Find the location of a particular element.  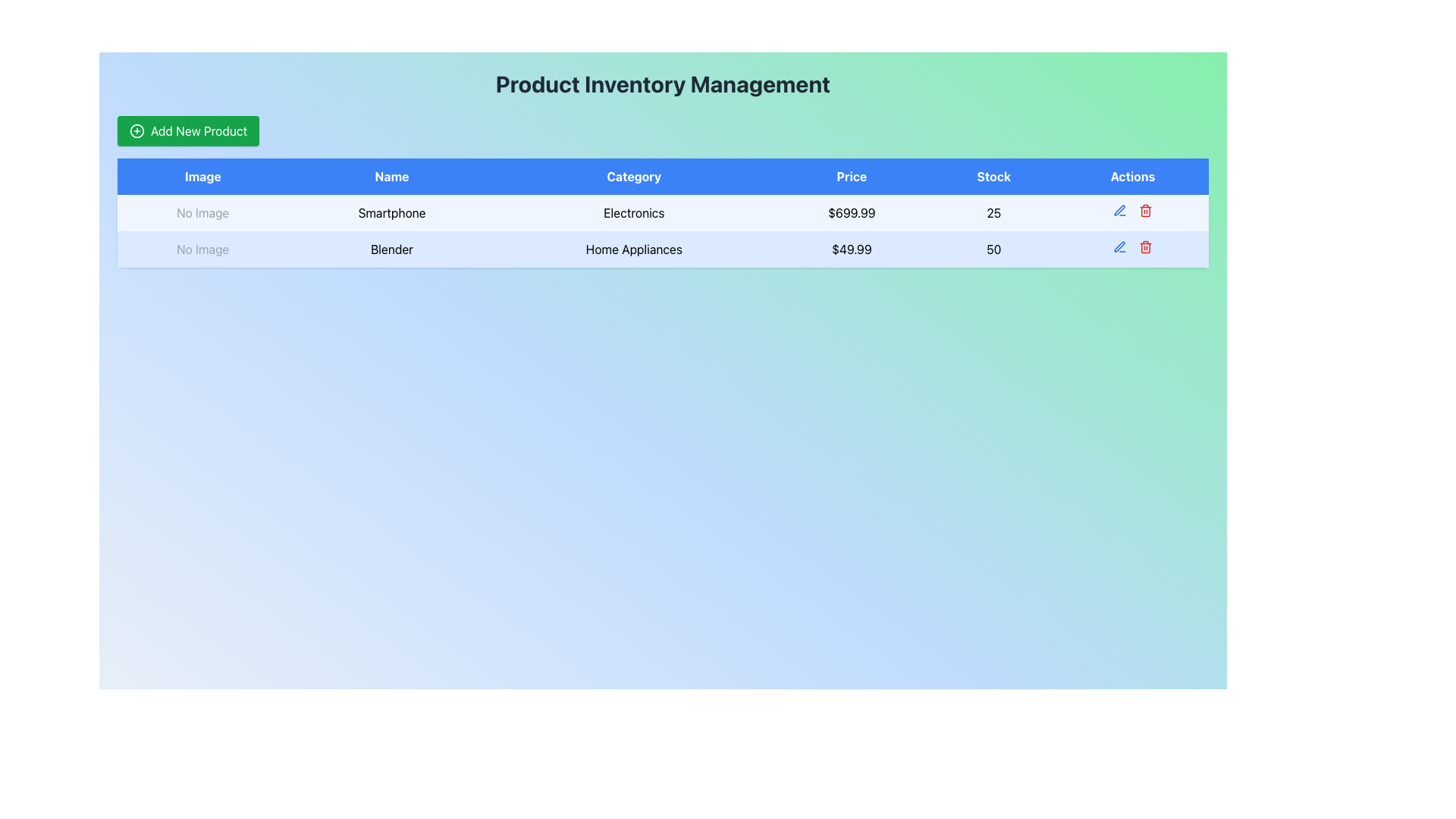

the text label component displaying 'Electronics' in the first row of a table, which is aligned with the headers and positioned between 'Smartphone' and '$699.99' is located at coordinates (634, 213).